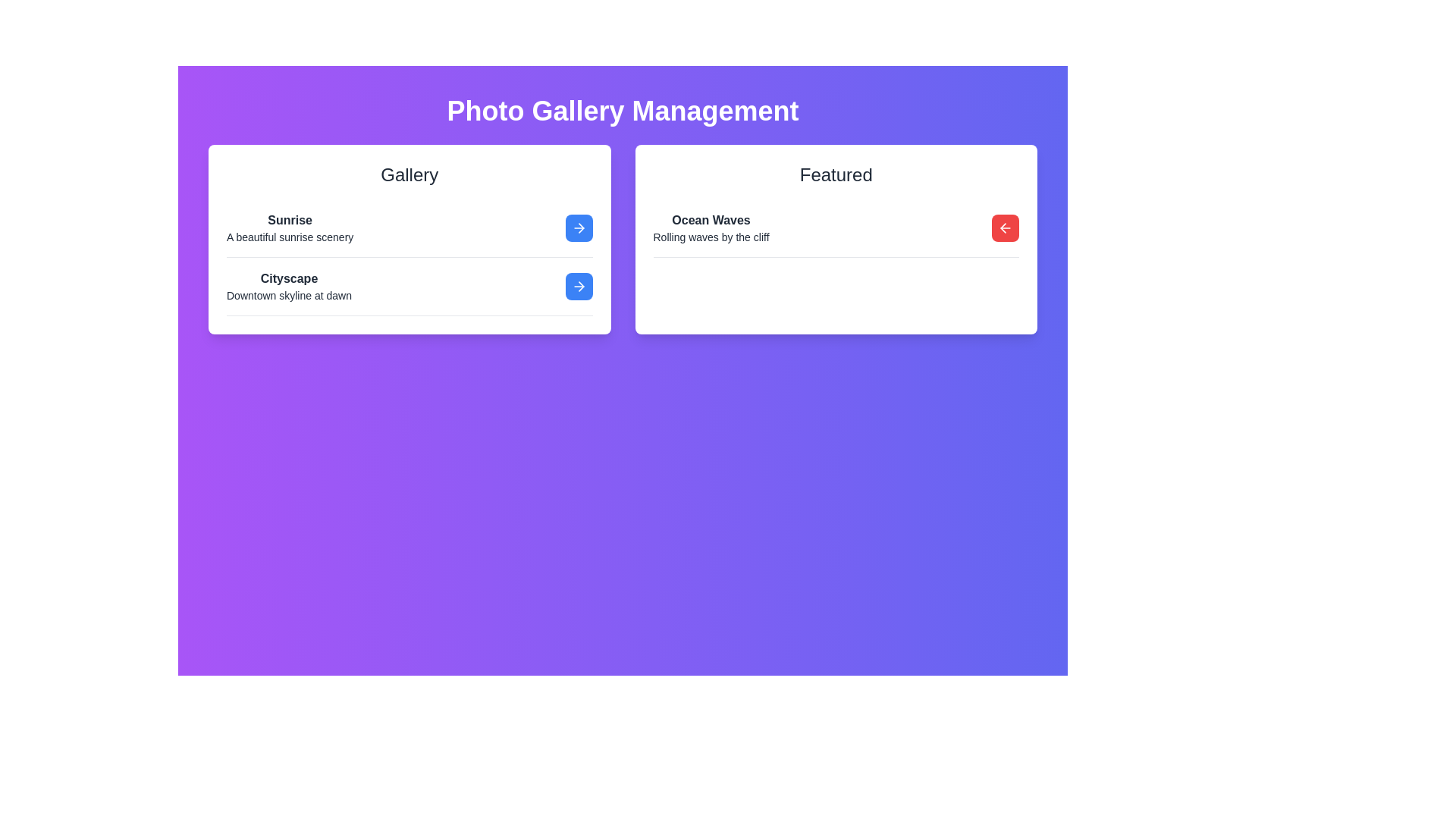 The width and height of the screenshot is (1456, 819). What do you see at coordinates (578, 227) in the screenshot?
I see `the rightmost button in the upper-left card of the 'Gallery' section` at bounding box center [578, 227].